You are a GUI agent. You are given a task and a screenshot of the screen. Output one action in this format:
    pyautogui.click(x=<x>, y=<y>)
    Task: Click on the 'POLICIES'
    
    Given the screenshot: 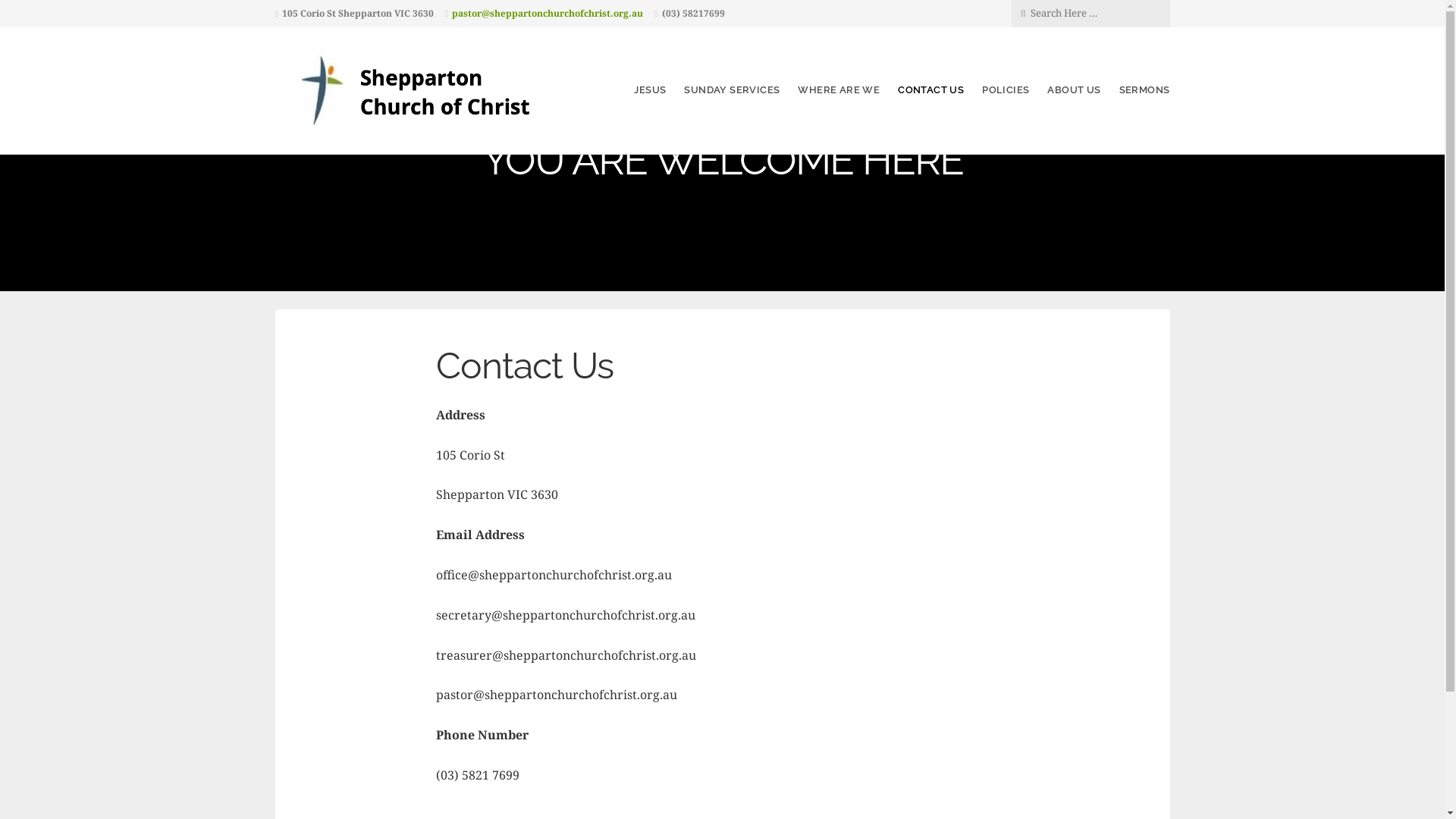 What is the action you would take?
    pyautogui.click(x=1005, y=89)
    